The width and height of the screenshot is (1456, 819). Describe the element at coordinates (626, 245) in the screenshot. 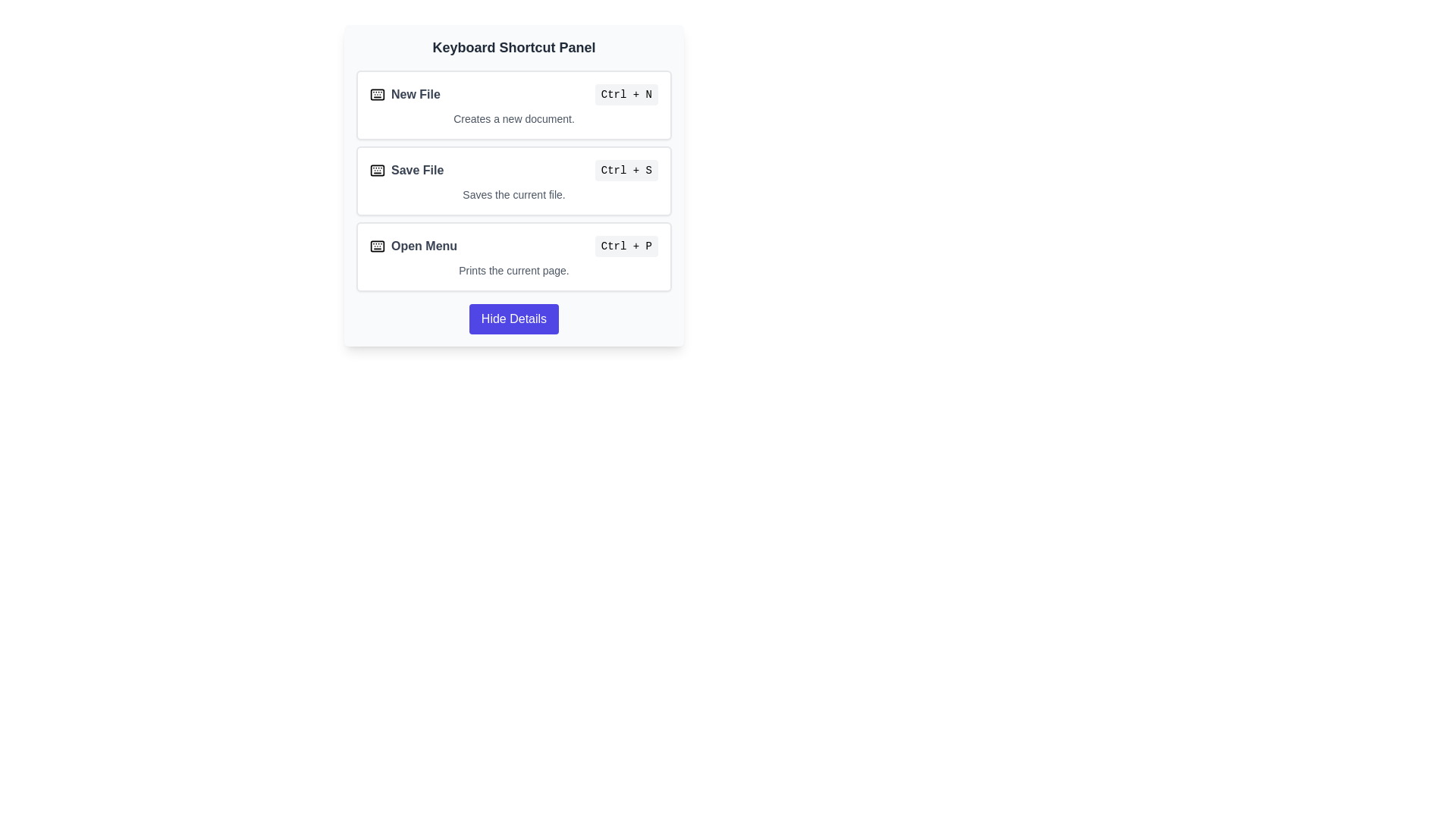

I see `the non-interactive text display showing the keyboard shortcut 'Ctrl + P' for the 'Open Menu' action, located on the right side of the 'Open Menu' row in the 'Keyboard Shortcut Panel'` at that location.